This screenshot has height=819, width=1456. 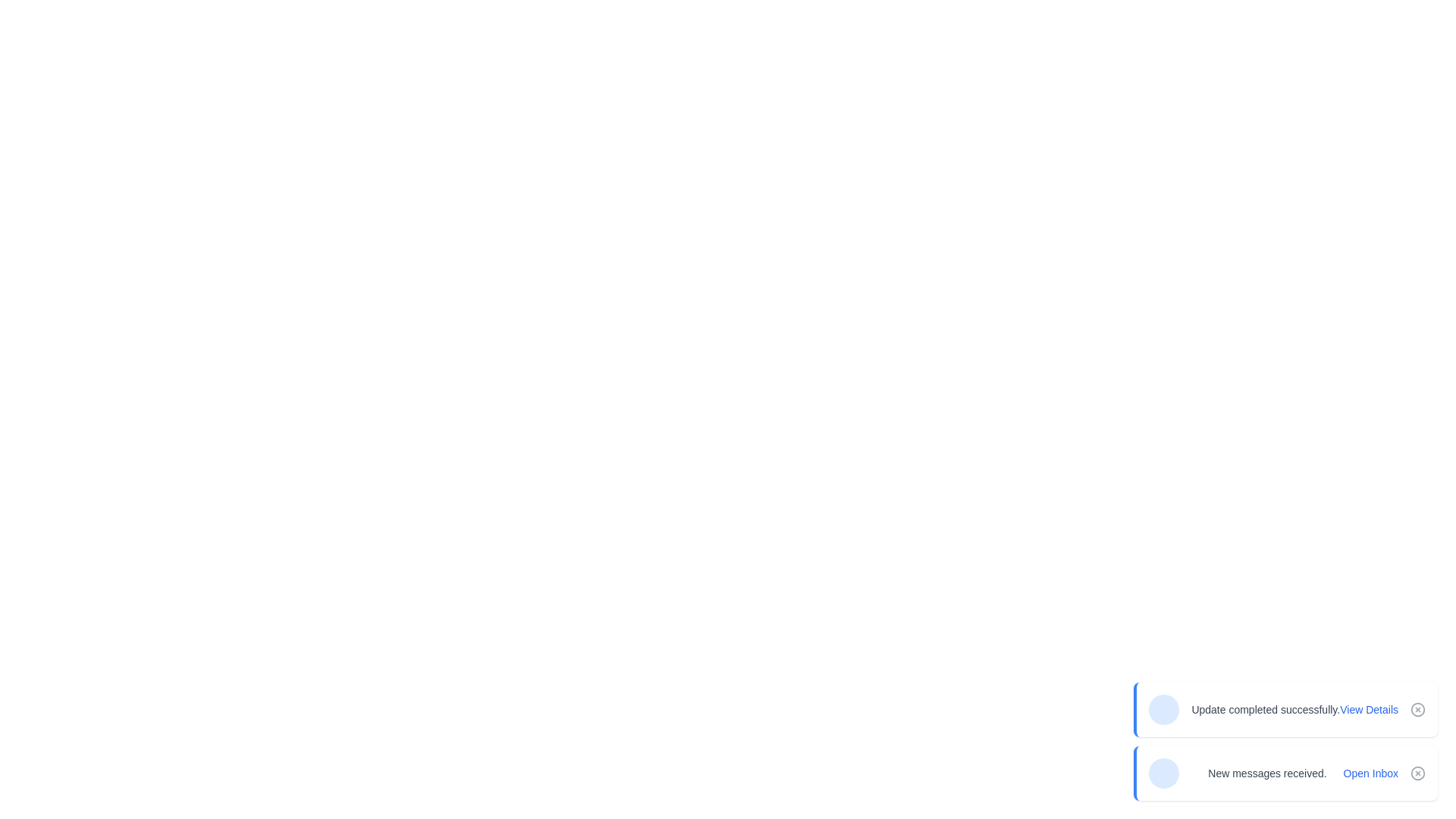 What do you see at coordinates (1417, 710) in the screenshot?
I see `the close button of the notification to remove it` at bounding box center [1417, 710].